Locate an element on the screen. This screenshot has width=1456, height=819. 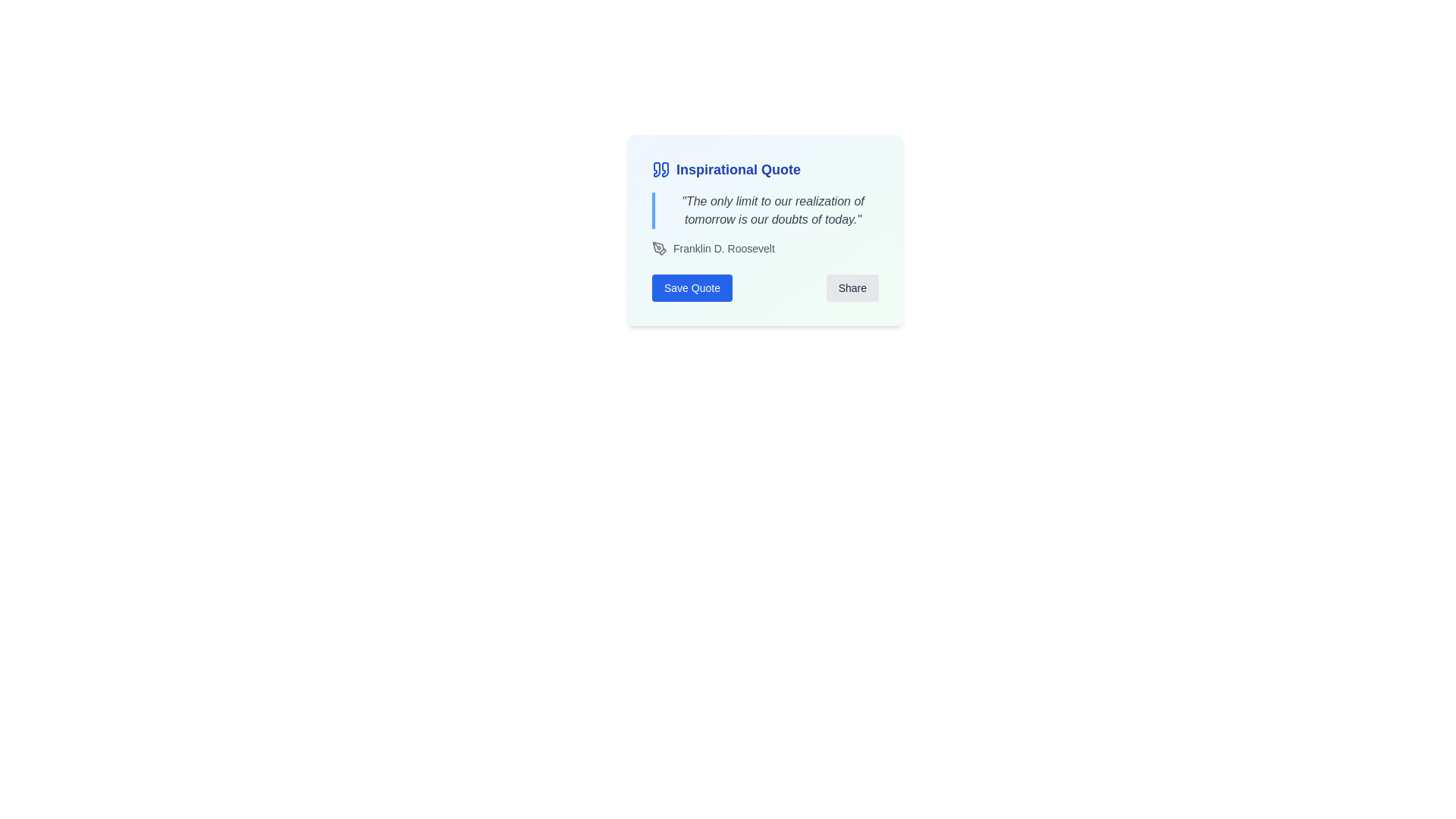
the right quotation mark icon, which indicates the start of a quoted phrase and is located in the card header at the top-left of the card is located at coordinates (665, 169).